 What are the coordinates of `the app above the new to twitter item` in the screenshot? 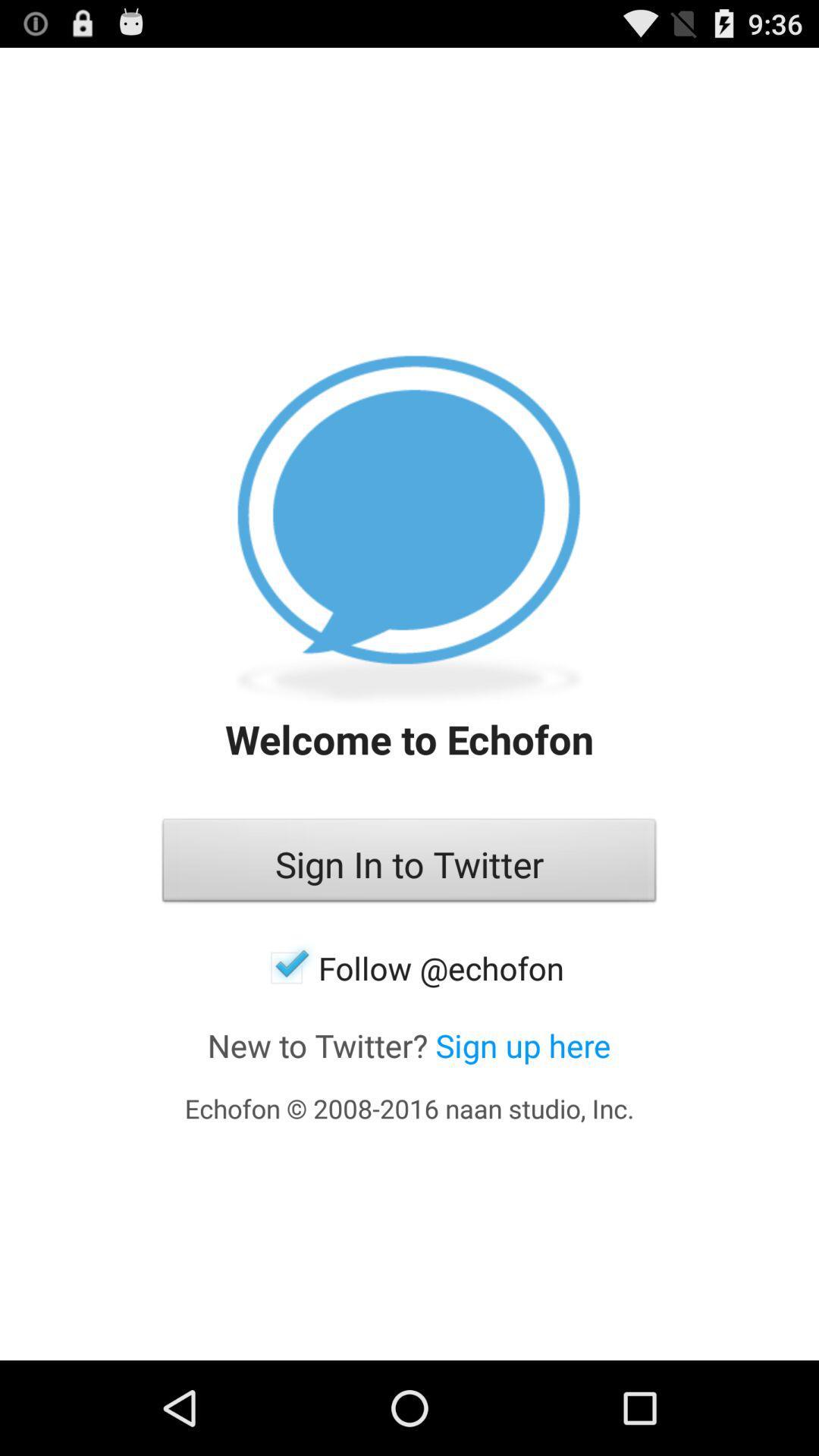 It's located at (409, 967).